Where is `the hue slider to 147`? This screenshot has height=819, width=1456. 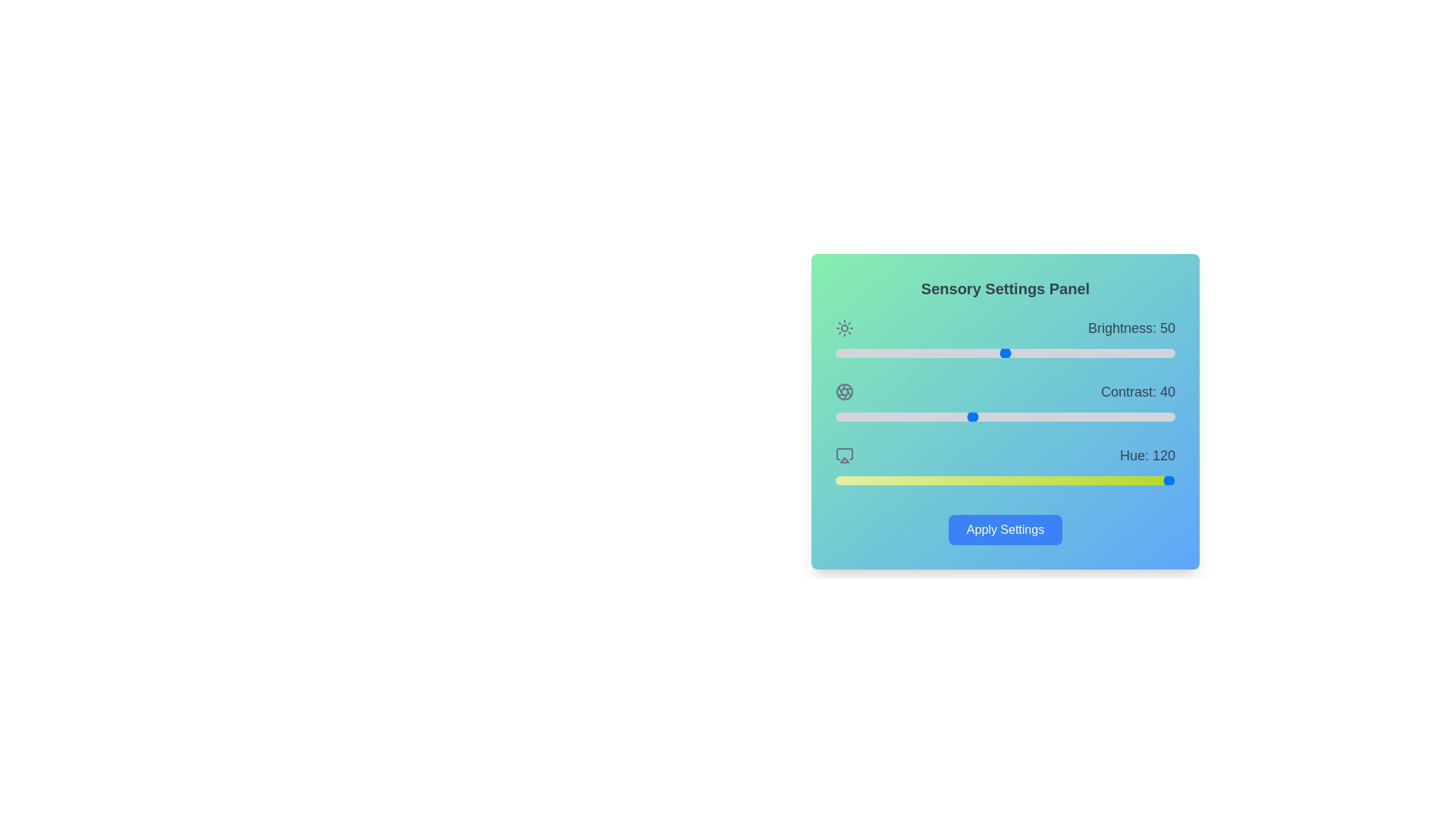 the hue slider to 147 is located at coordinates (974, 480).